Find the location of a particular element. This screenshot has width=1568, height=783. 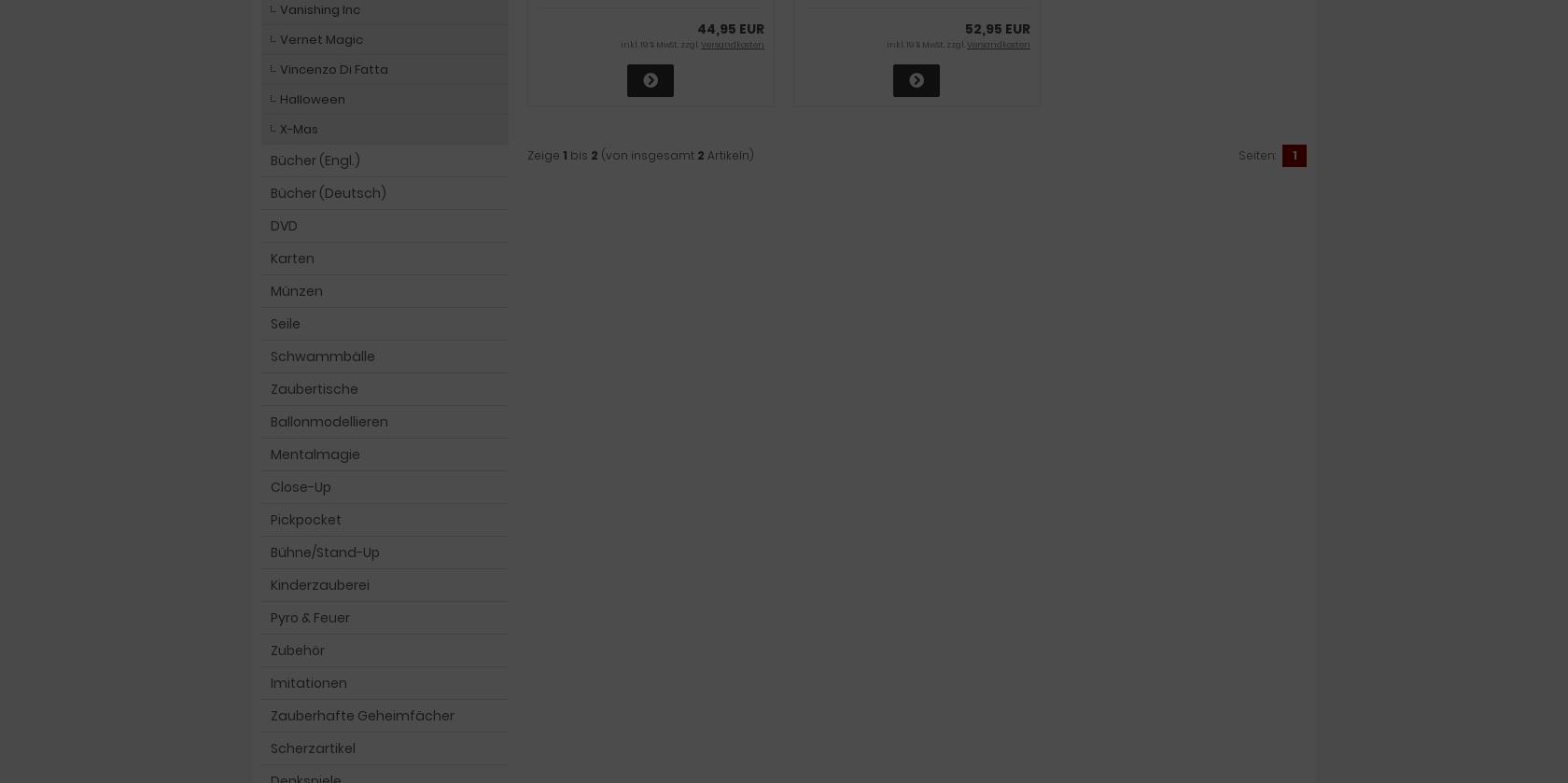

'(von insgesamt' is located at coordinates (648, 154).